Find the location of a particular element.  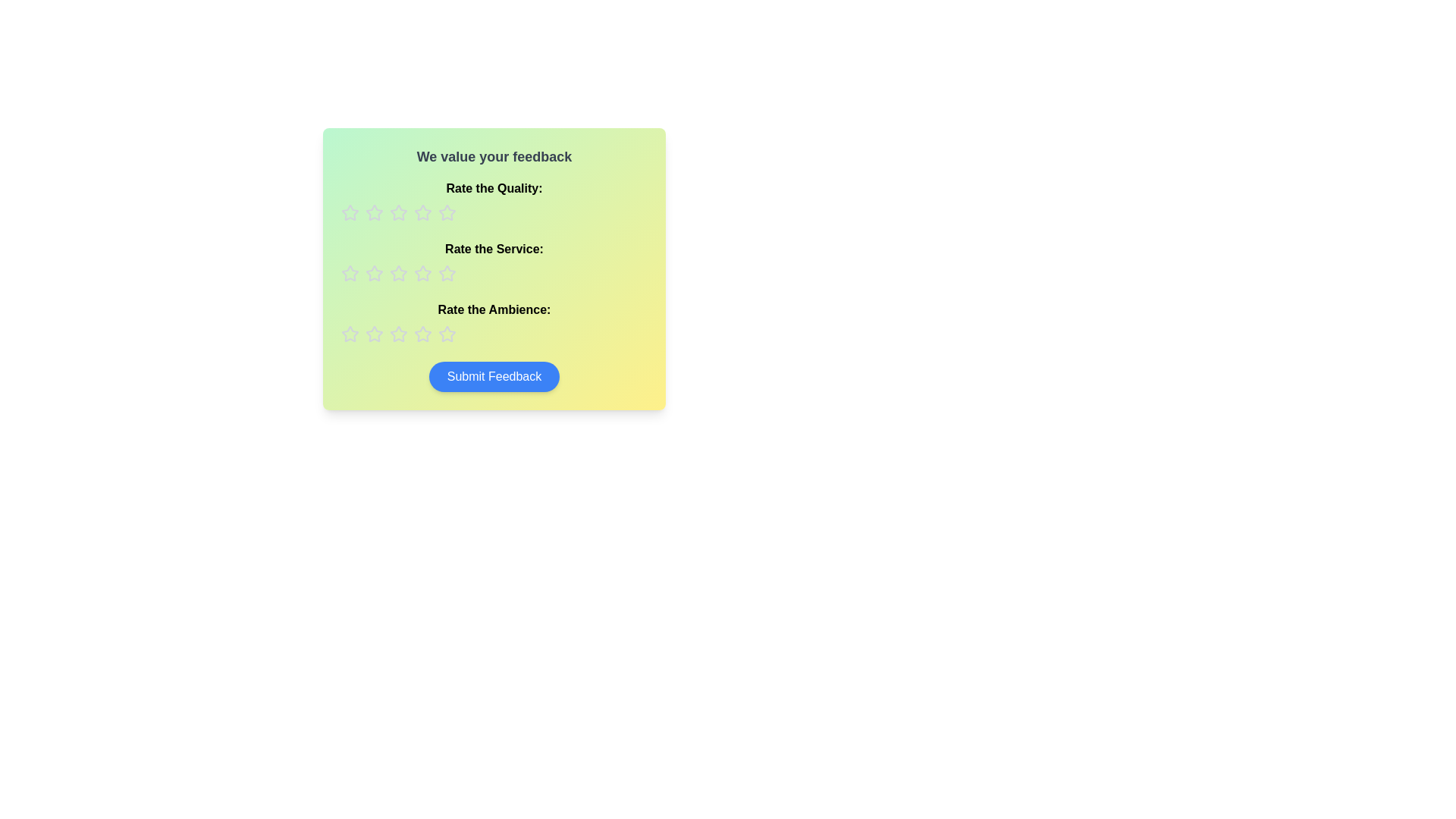

the first star icon in the 'Rate the Ambience' rating row for rearrangement is located at coordinates (349, 333).